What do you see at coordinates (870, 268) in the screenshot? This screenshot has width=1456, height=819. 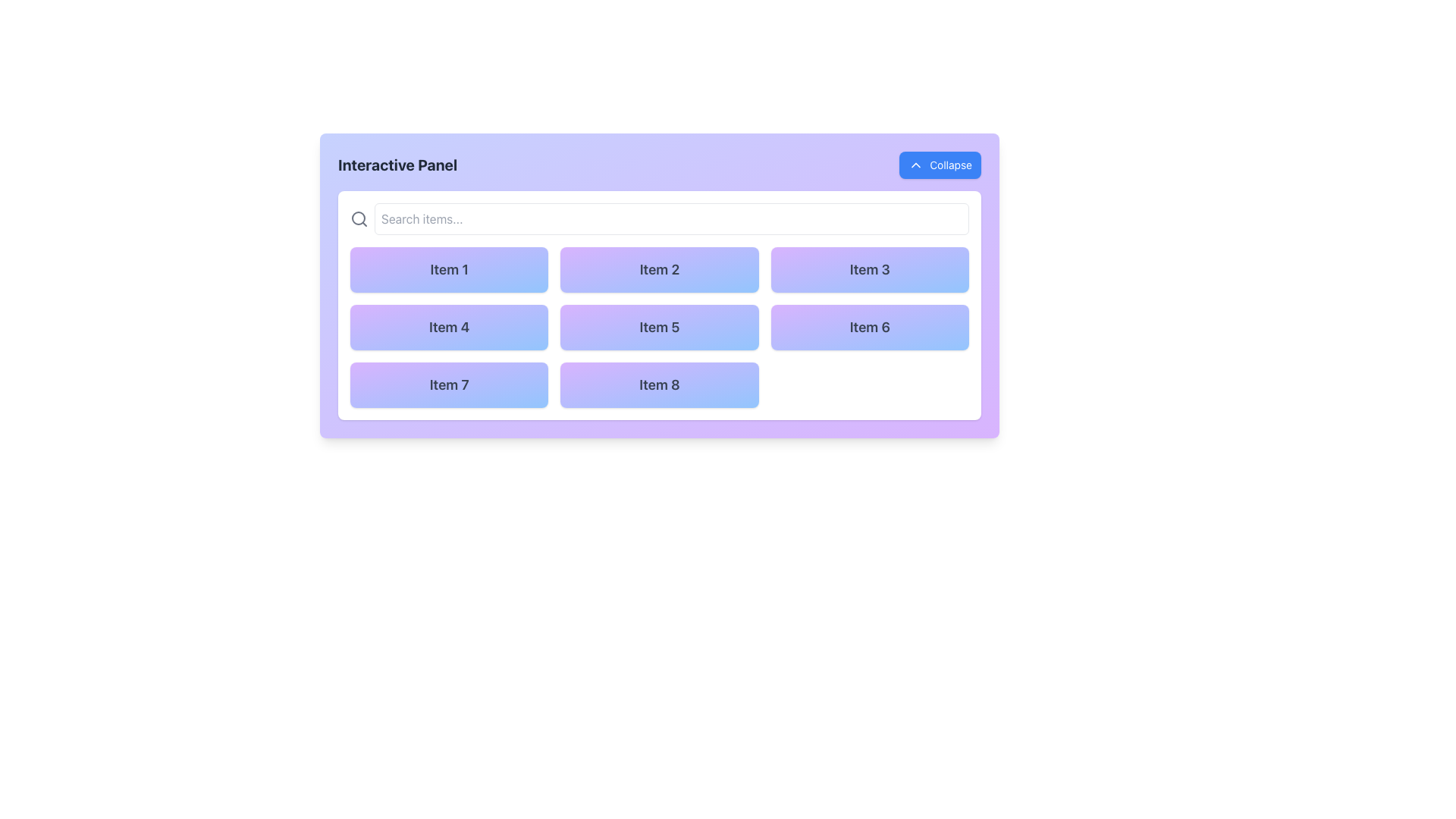 I see `the button that represents 'Item 3' in the selectable grid` at bounding box center [870, 268].